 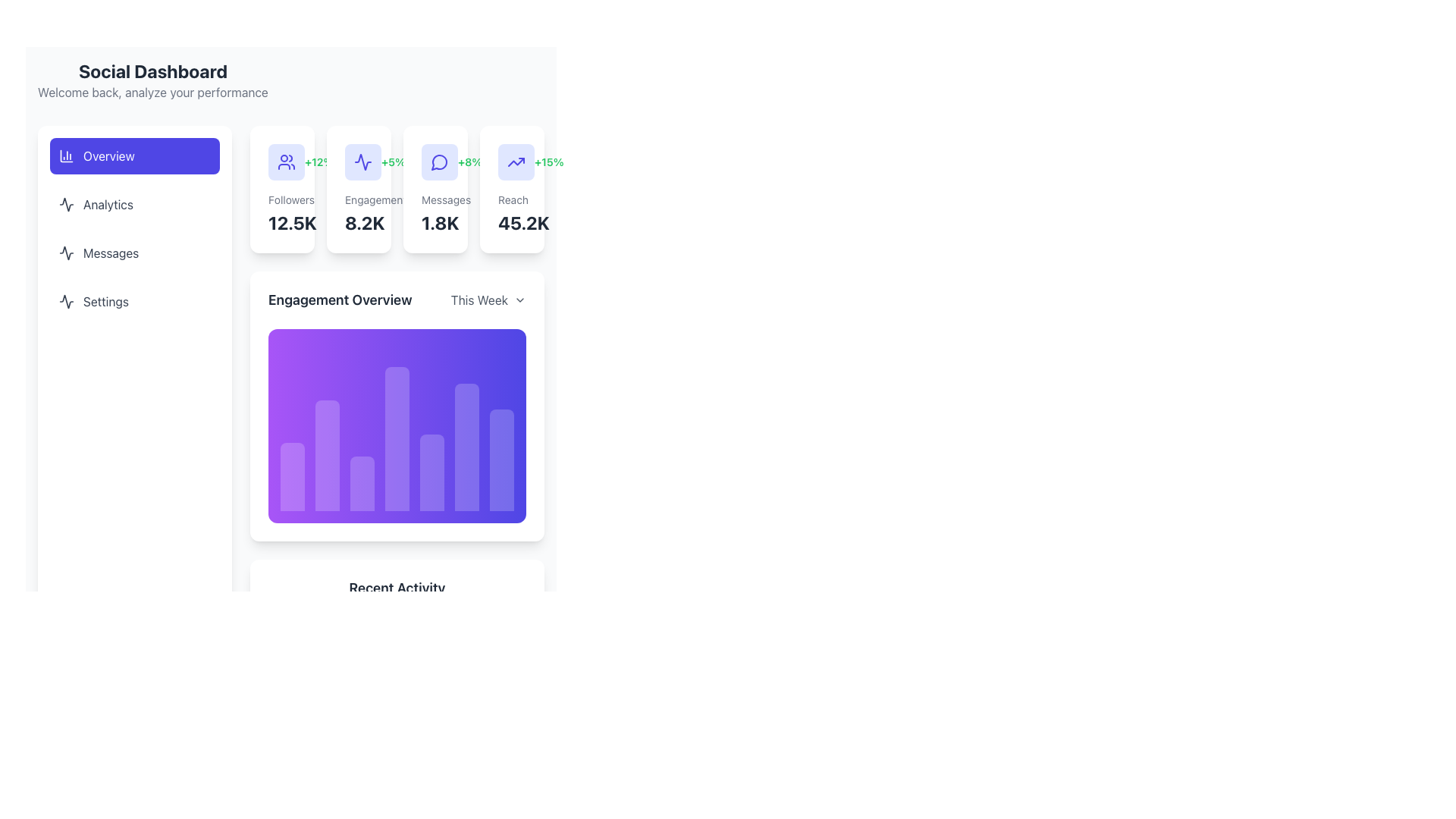 I want to click on the Dropdown Menu Trigger located in the upper-right corner of the 'Engagement Overview' section, so click(x=488, y=300).